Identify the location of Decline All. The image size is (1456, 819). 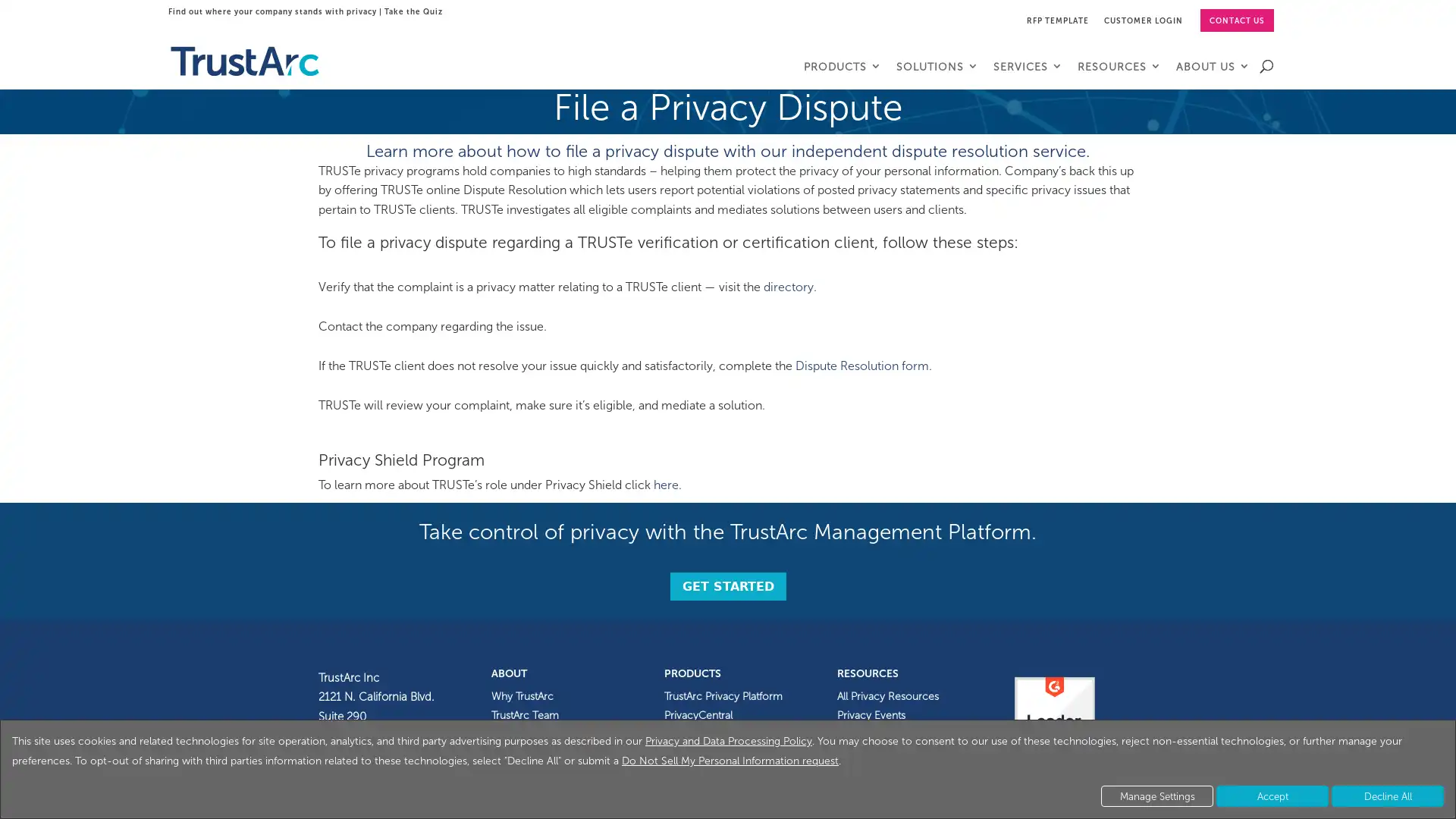
(1387, 795).